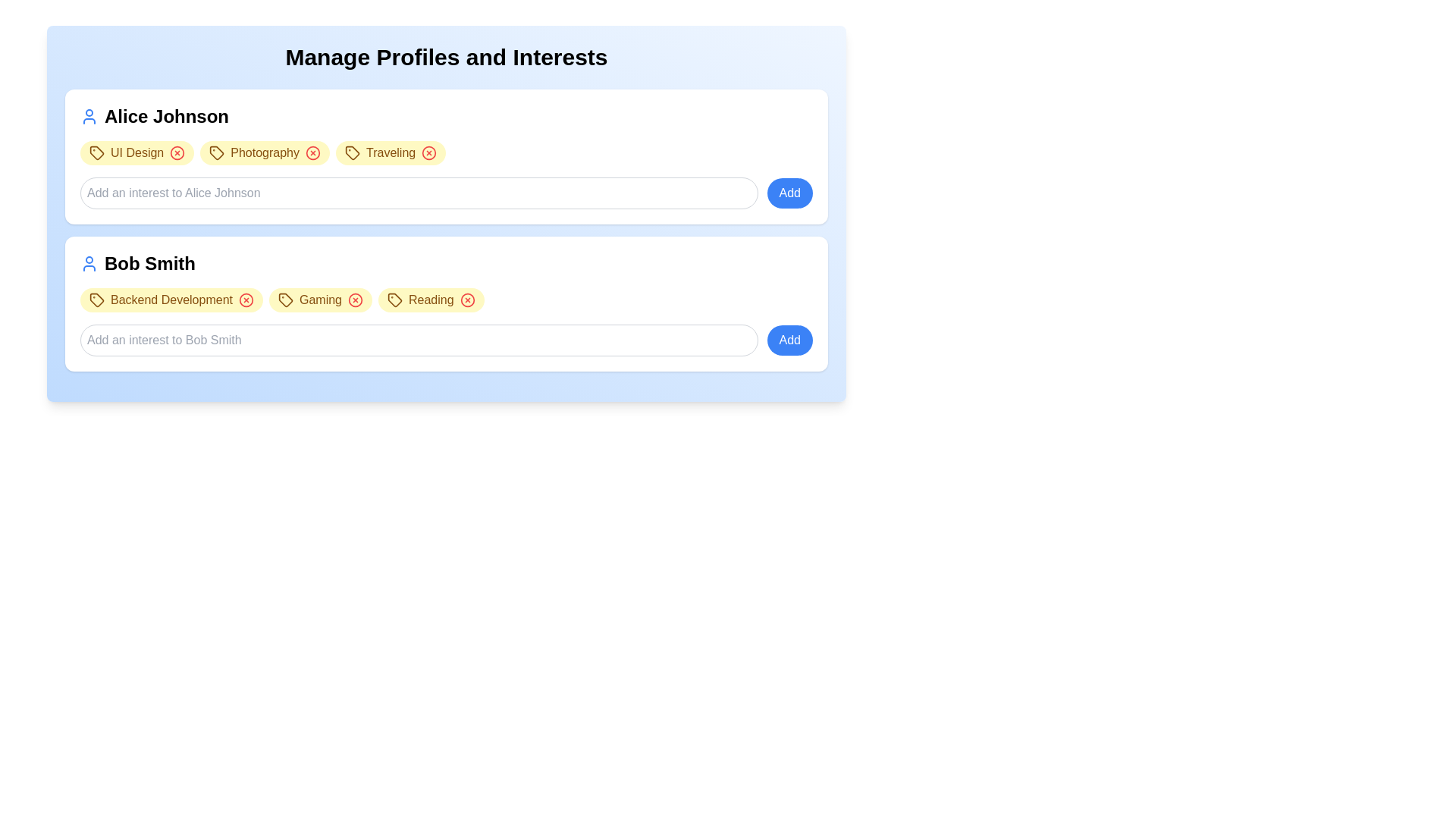 The height and width of the screenshot is (819, 1456). What do you see at coordinates (391, 152) in the screenshot?
I see `the removable tag element that represents an interest or category, located under the 'Alice Johnson' section, positioned between the 'Photography' button and the text input field` at bounding box center [391, 152].